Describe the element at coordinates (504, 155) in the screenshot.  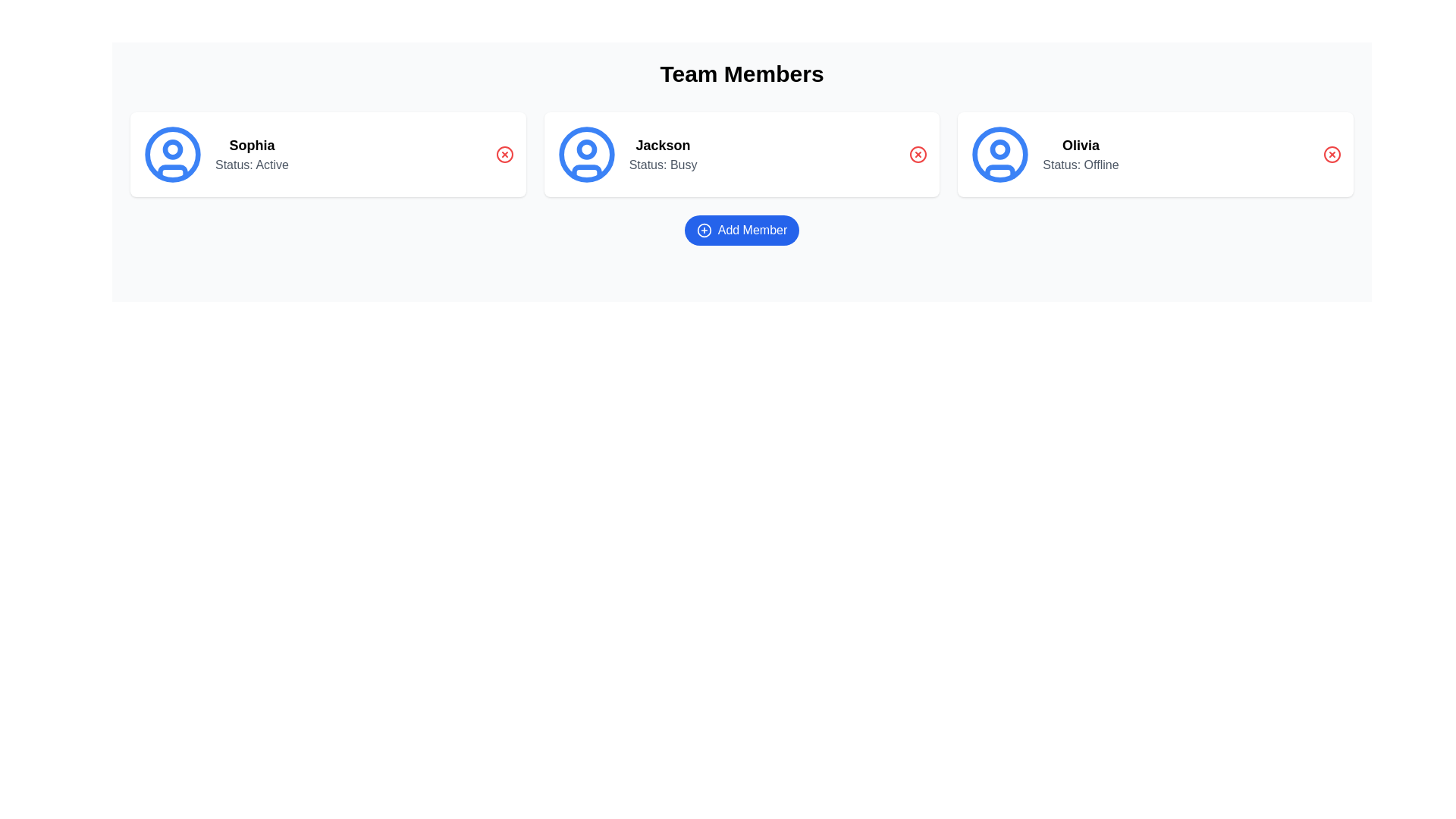
I see `the circular red outlined button with a white 'X' located in the top-right corner of Sophia's card in the Team Members section` at that location.